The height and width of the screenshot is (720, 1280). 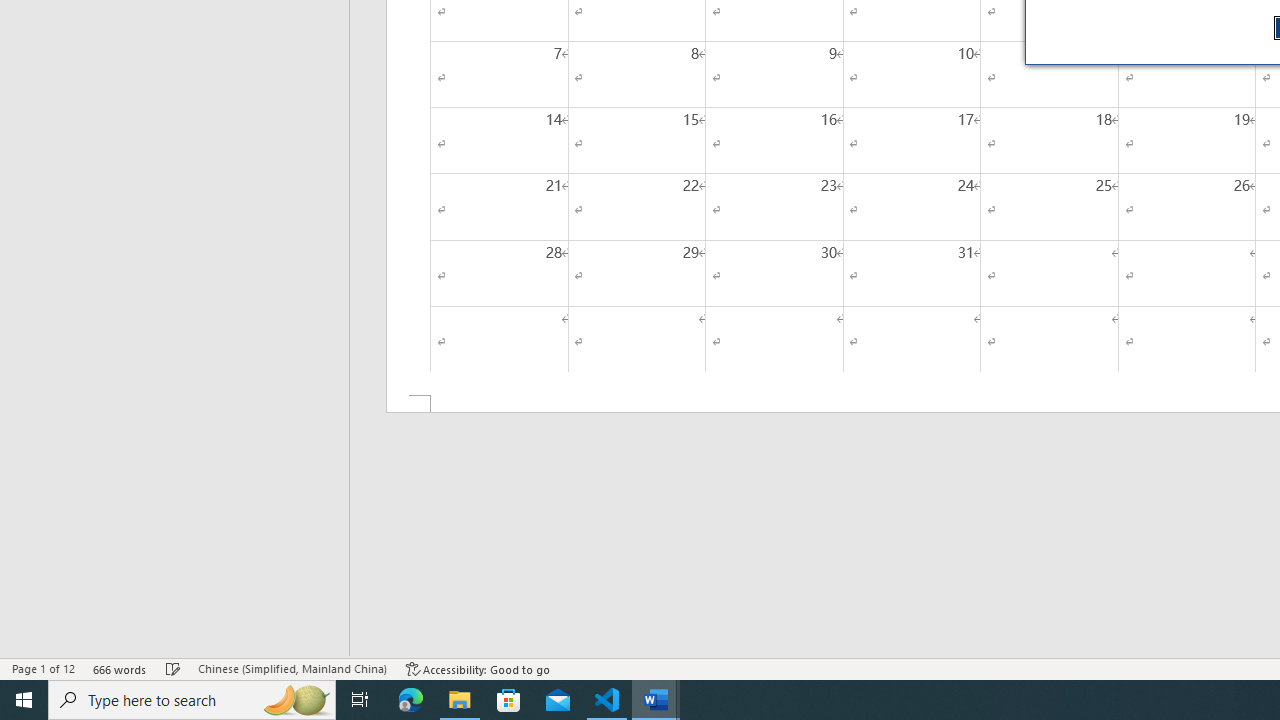 I want to click on 'Page Number Page 1 of 12', so click(x=43, y=669).